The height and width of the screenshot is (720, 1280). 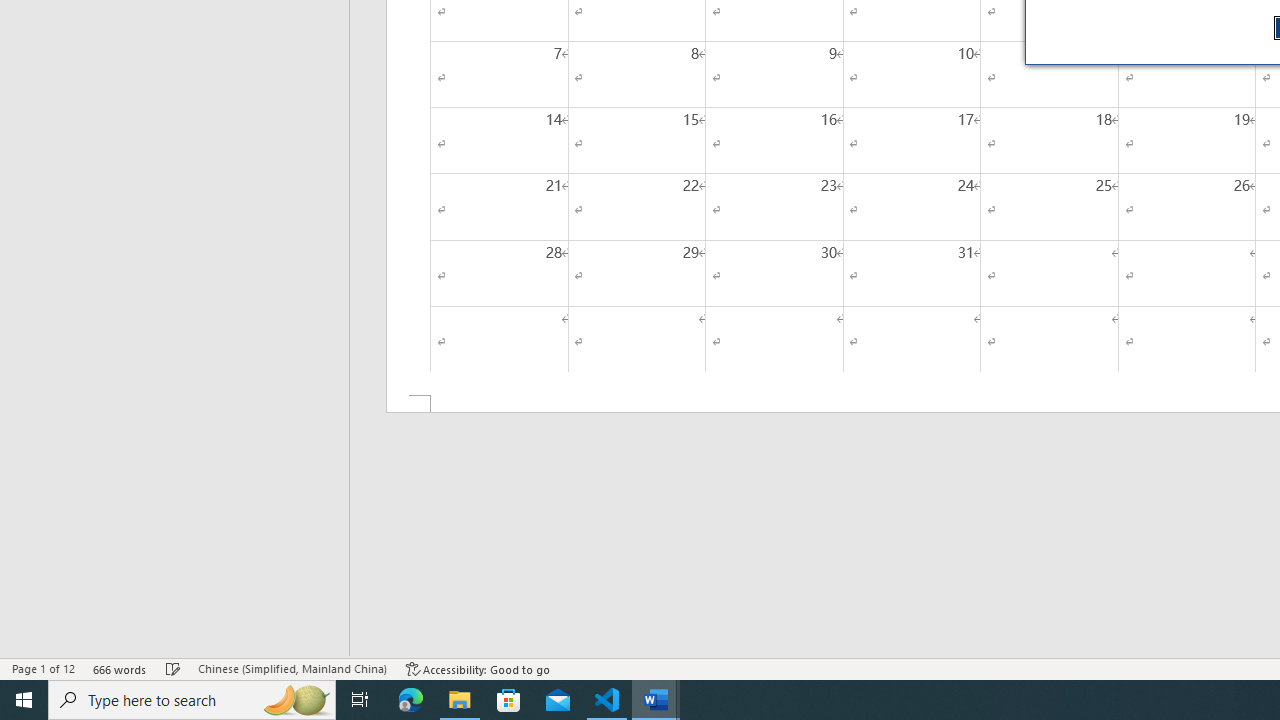 I want to click on 'Page Number Page 1 of 12', so click(x=43, y=669).